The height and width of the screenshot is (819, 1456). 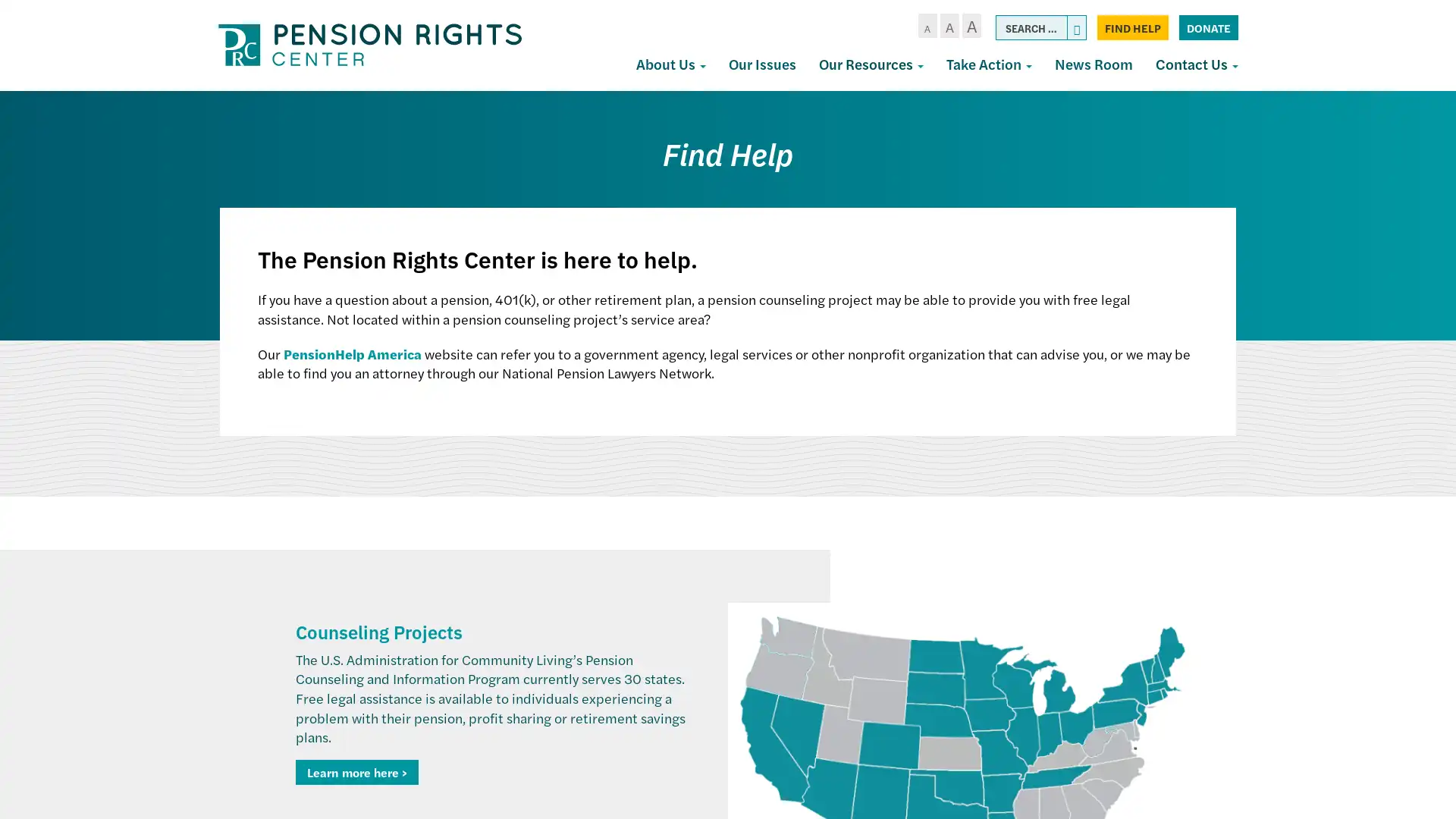 I want to click on A, so click(x=943, y=26).